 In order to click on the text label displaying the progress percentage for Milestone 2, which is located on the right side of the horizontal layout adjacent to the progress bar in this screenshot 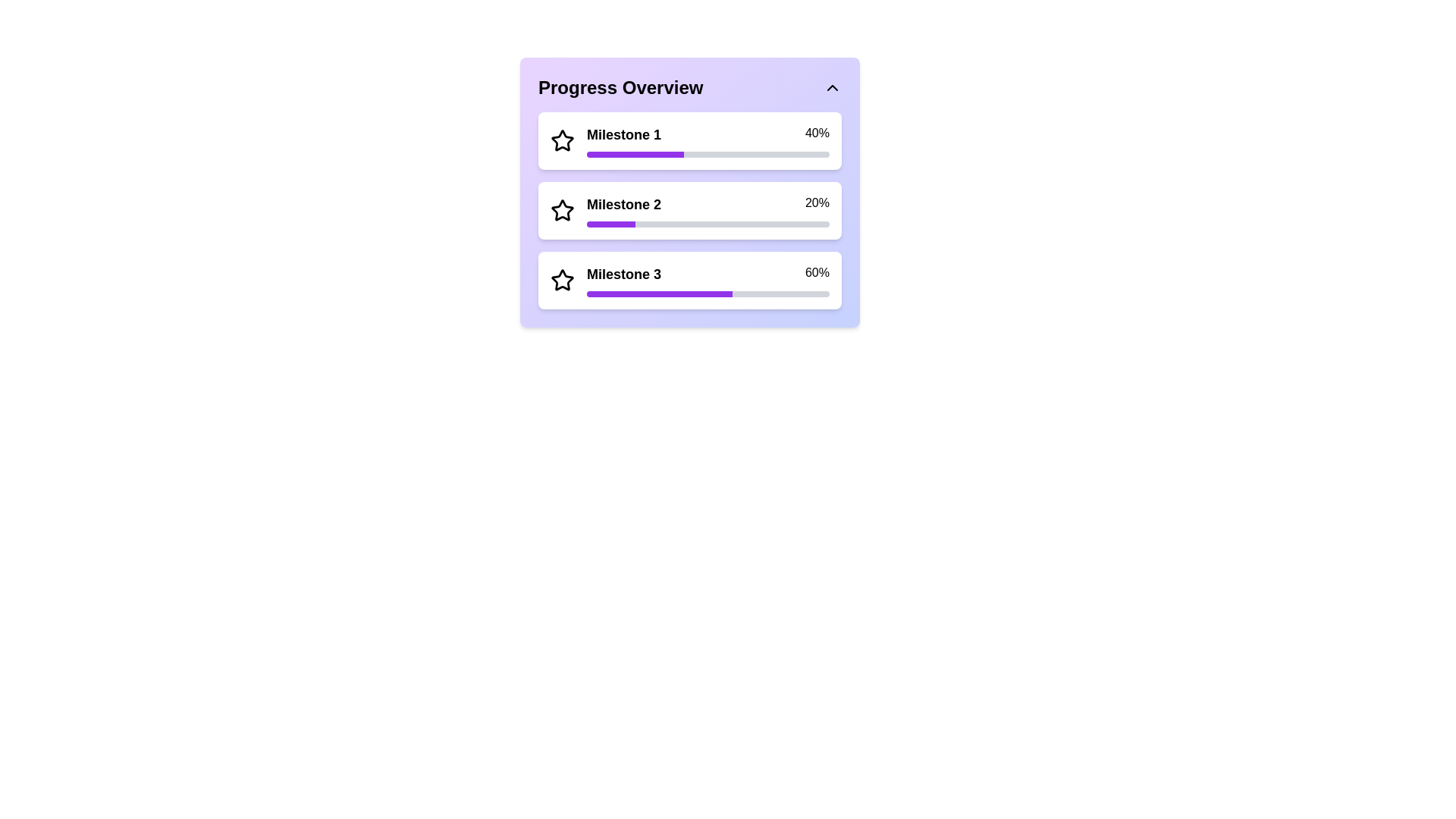, I will do `click(816, 205)`.